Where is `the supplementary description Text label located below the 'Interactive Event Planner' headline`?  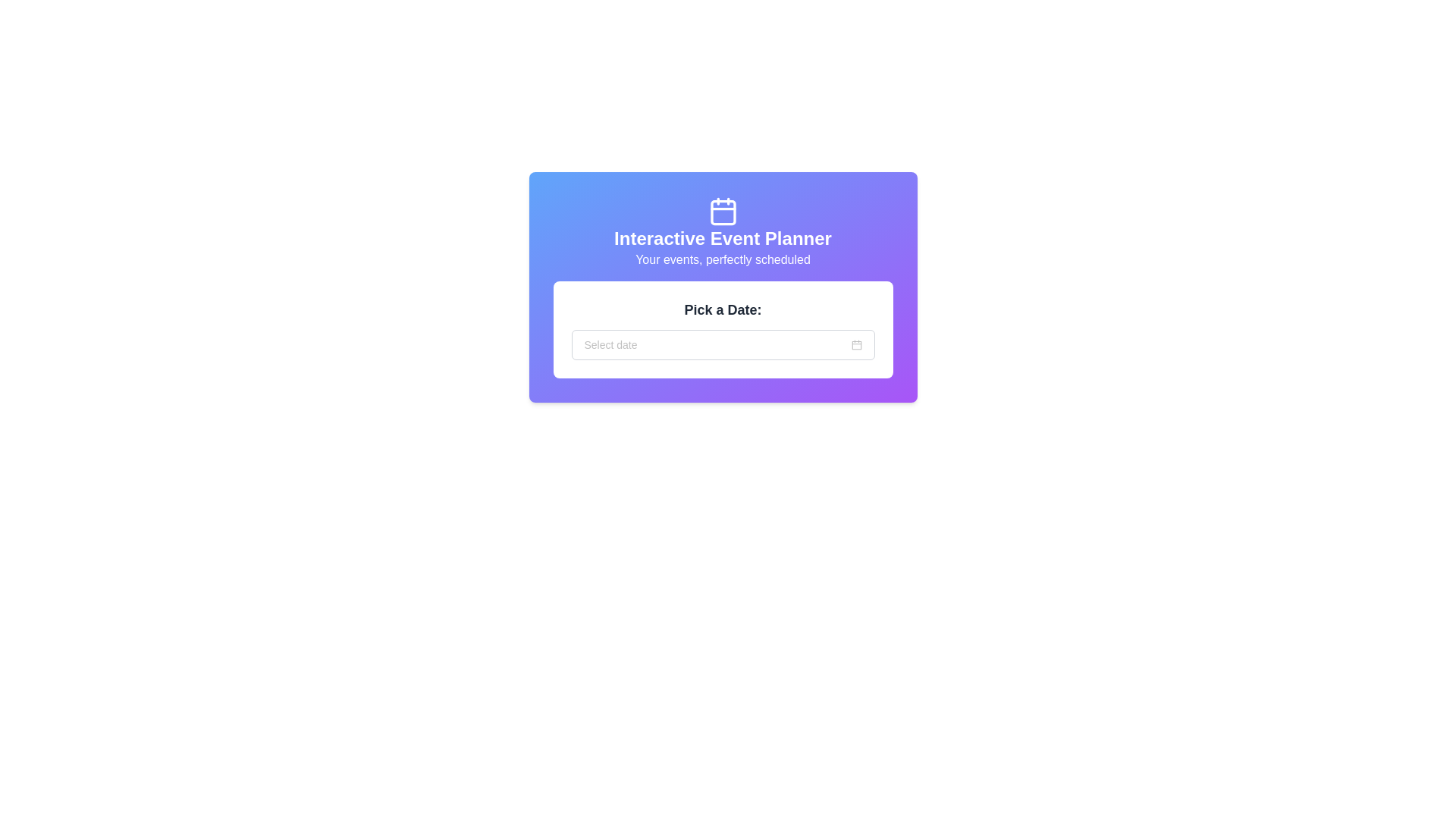
the supplementary description Text label located below the 'Interactive Event Planner' headline is located at coordinates (722, 259).